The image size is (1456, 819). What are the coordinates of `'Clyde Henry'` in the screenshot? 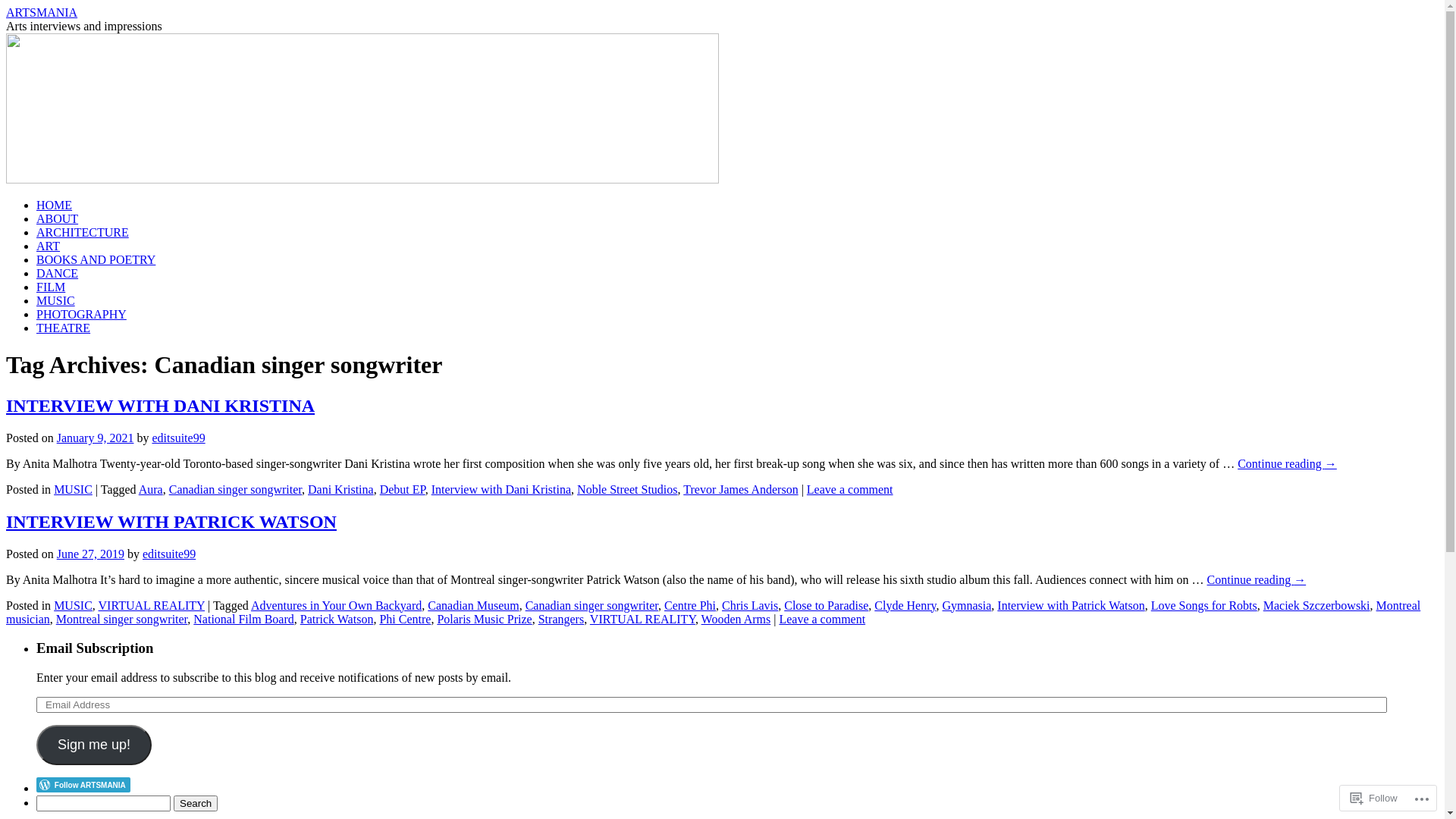 It's located at (905, 604).